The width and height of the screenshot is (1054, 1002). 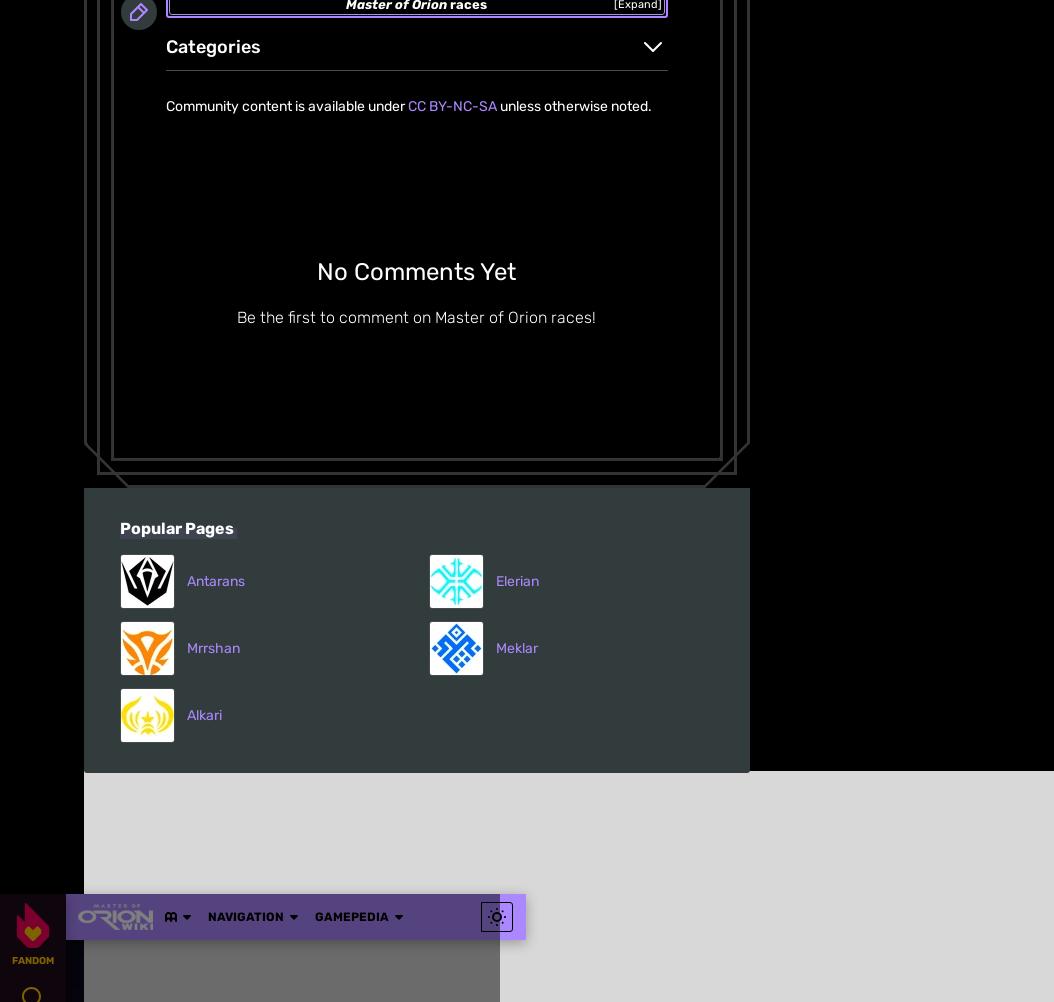 I want to click on 'Media Kit', so click(x=83, y=690).